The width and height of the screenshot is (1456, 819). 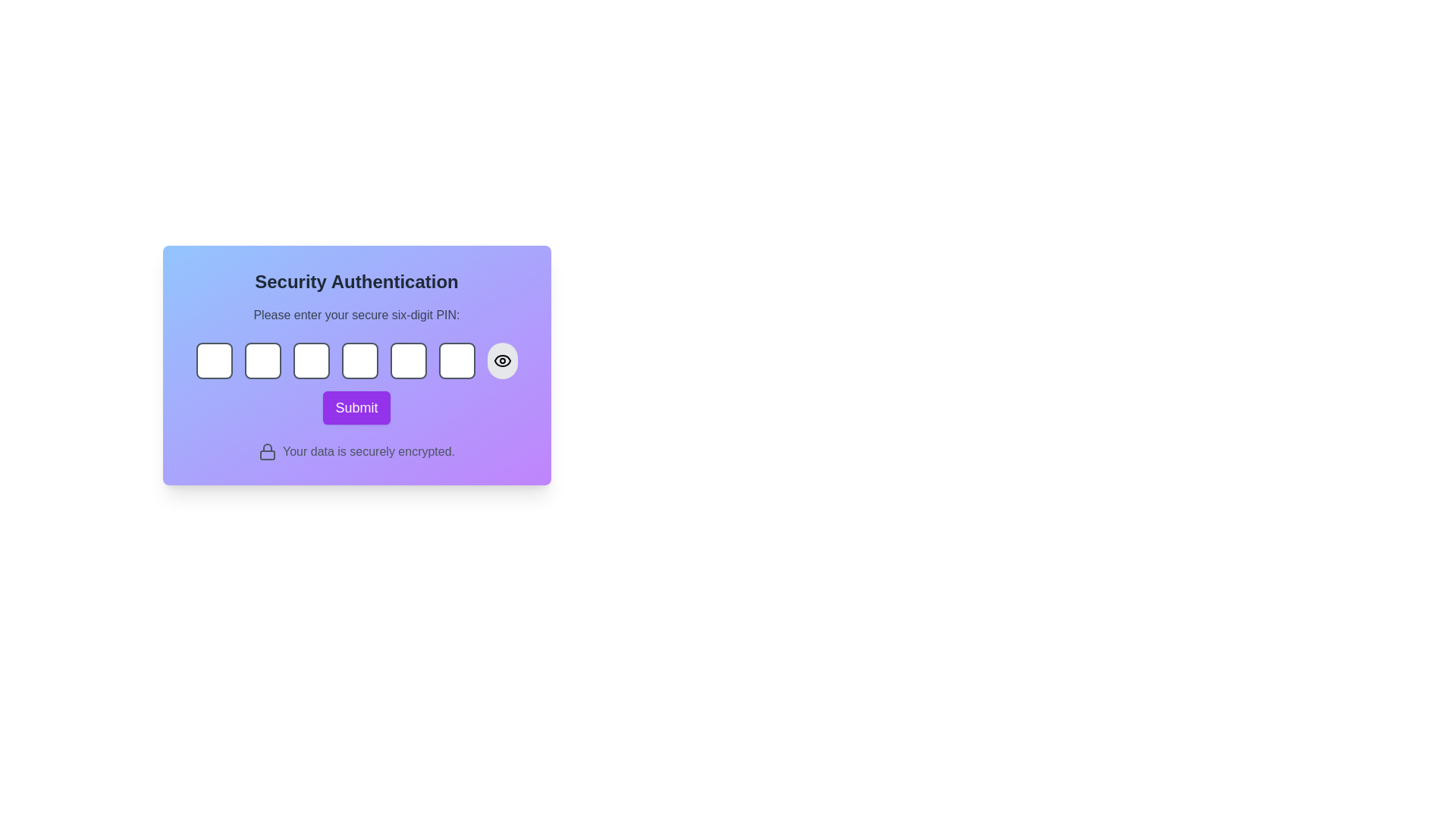 I want to click on instructions provided by the Instructional Text Label located beneath the title 'Security Authentication' and above the six PIN input boxes, centered horizontally, so click(x=356, y=315).